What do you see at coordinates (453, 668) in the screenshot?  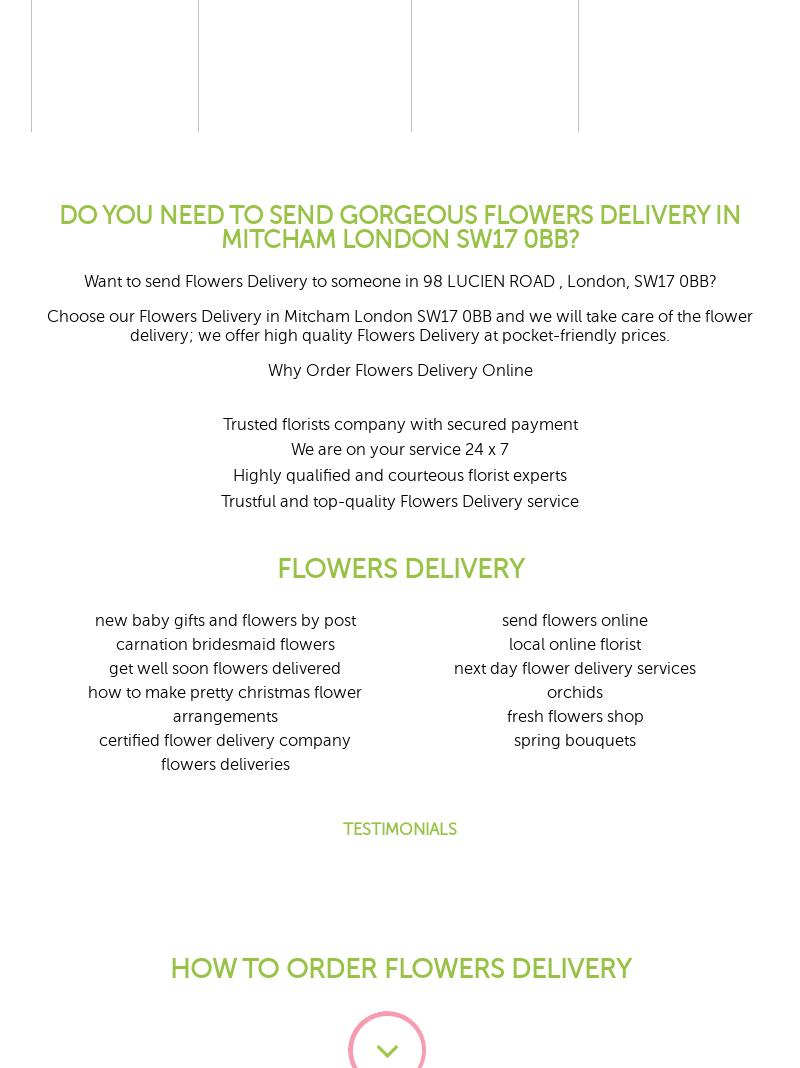 I see `'next day flower delivery services'` at bounding box center [453, 668].